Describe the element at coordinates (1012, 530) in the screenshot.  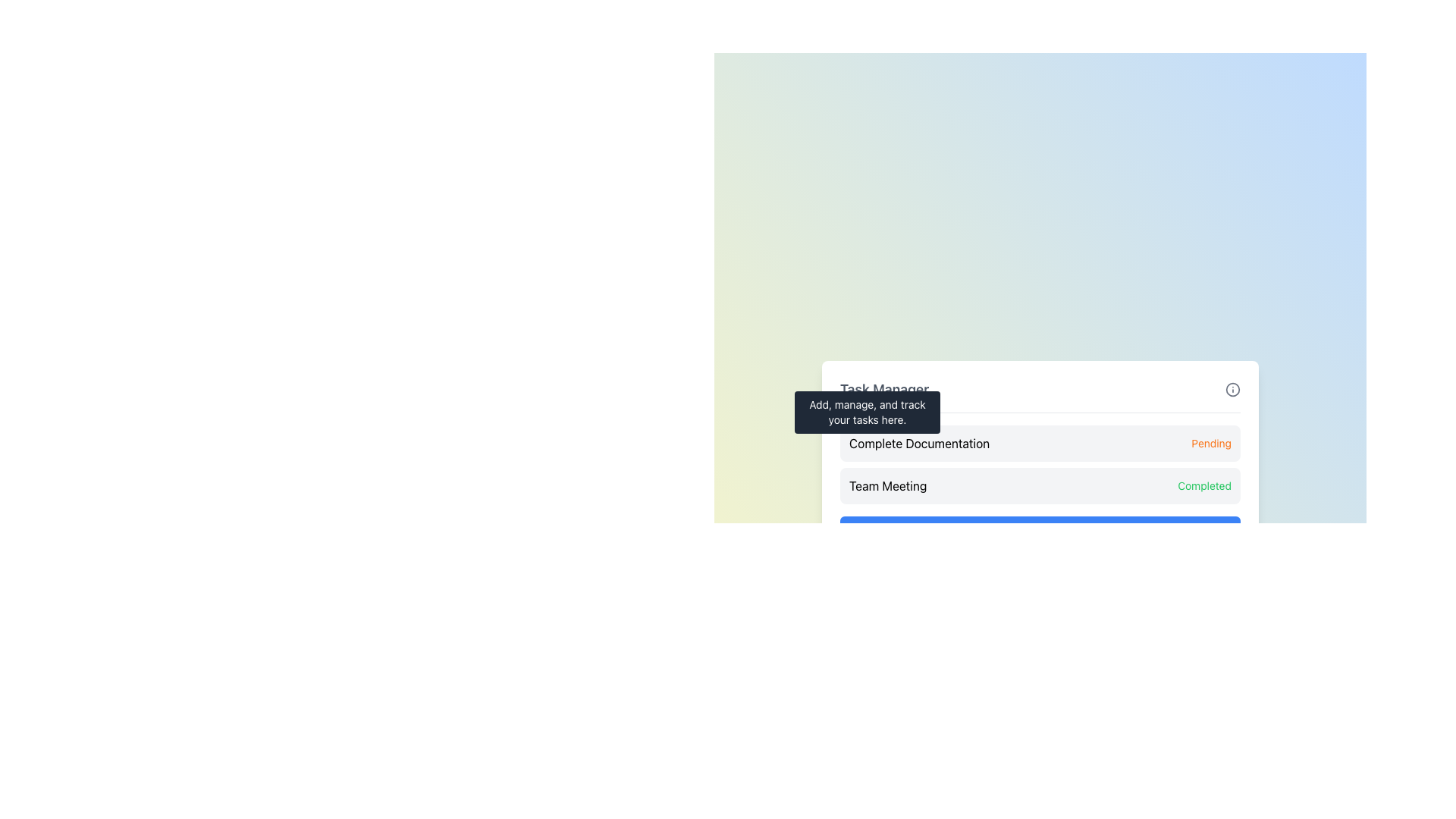
I see `the circular element that is part of an SVG graphic located in the top-right section of a vertical list or panel interface` at that location.